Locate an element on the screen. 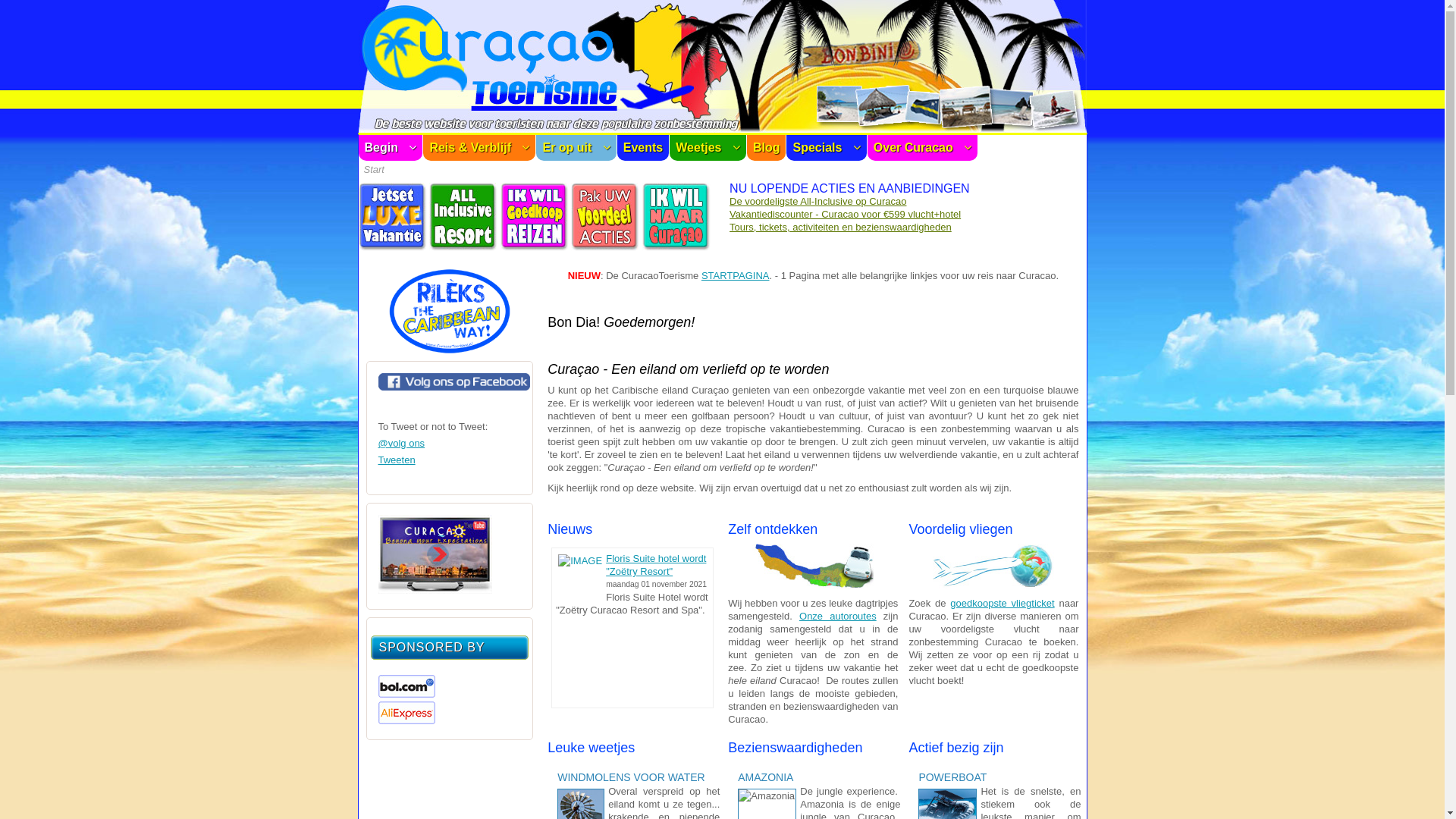 This screenshot has height=819, width=1456. '@volg ons' is located at coordinates (400, 443).